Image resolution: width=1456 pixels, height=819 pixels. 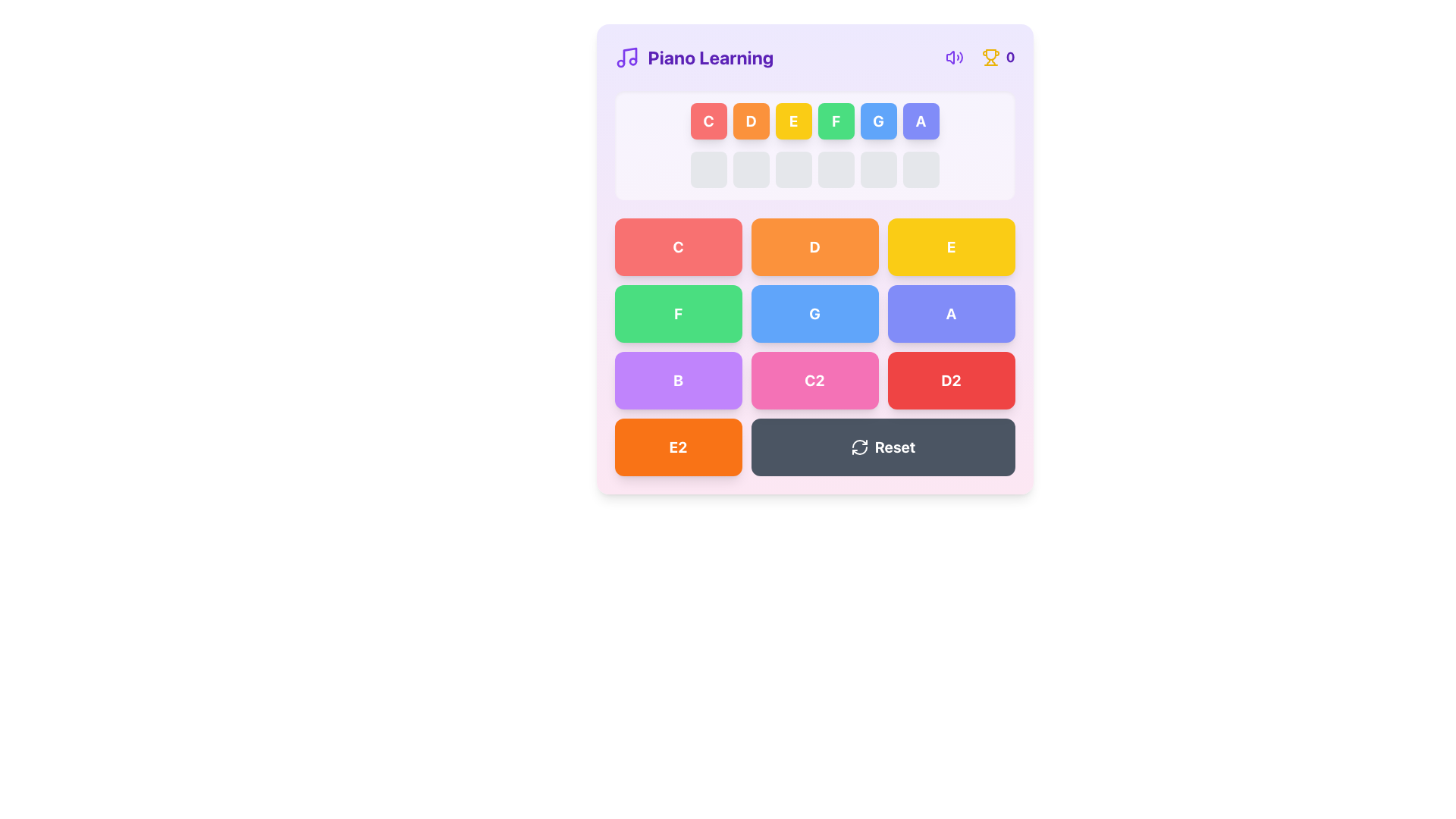 What do you see at coordinates (835, 169) in the screenshot?
I see `the fourth button in a horizontally organized group of six buttons located beneath the 'Piano Learning' section` at bounding box center [835, 169].